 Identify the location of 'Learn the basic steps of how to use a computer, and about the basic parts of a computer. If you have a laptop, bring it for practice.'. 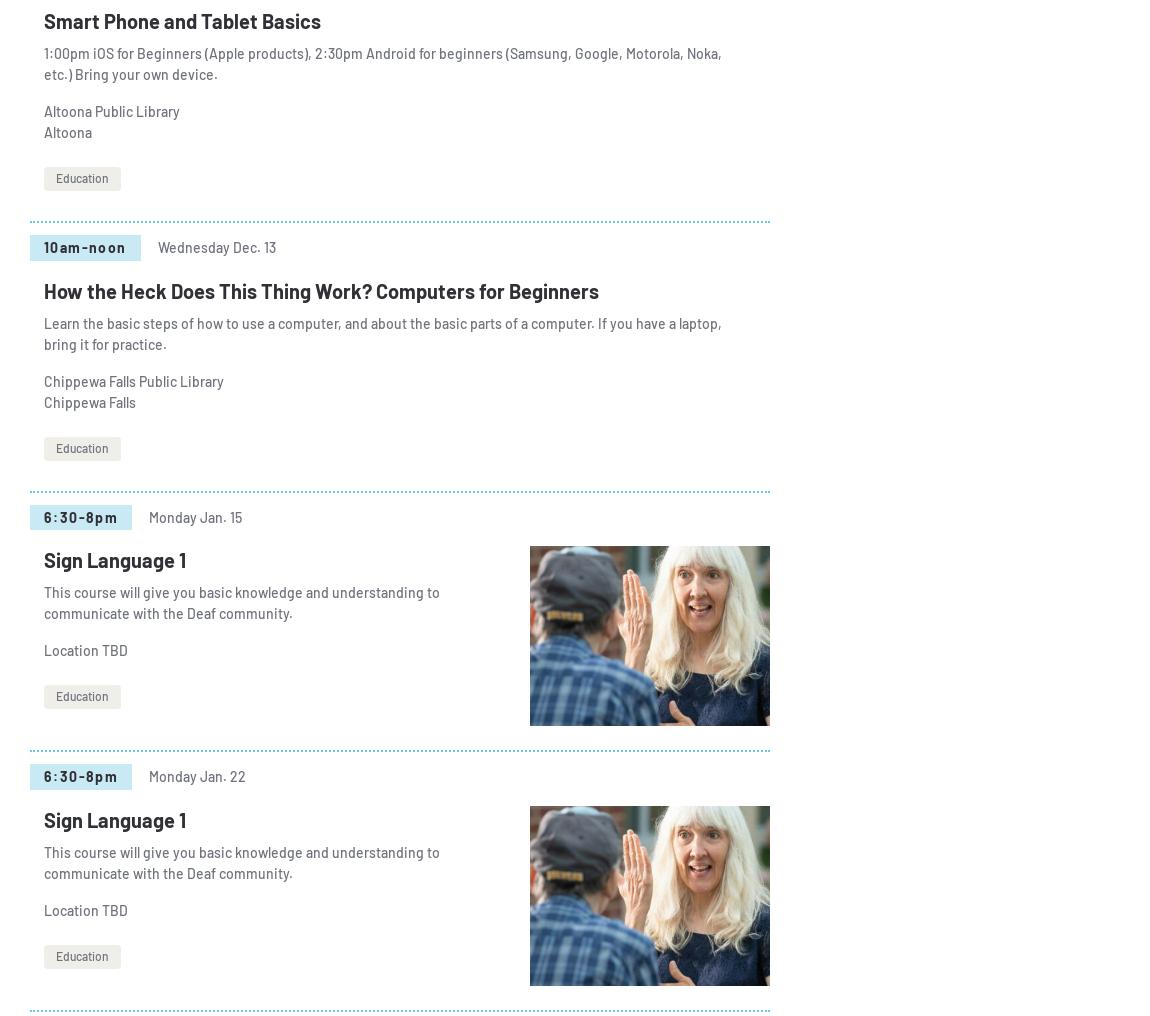
(43, 333).